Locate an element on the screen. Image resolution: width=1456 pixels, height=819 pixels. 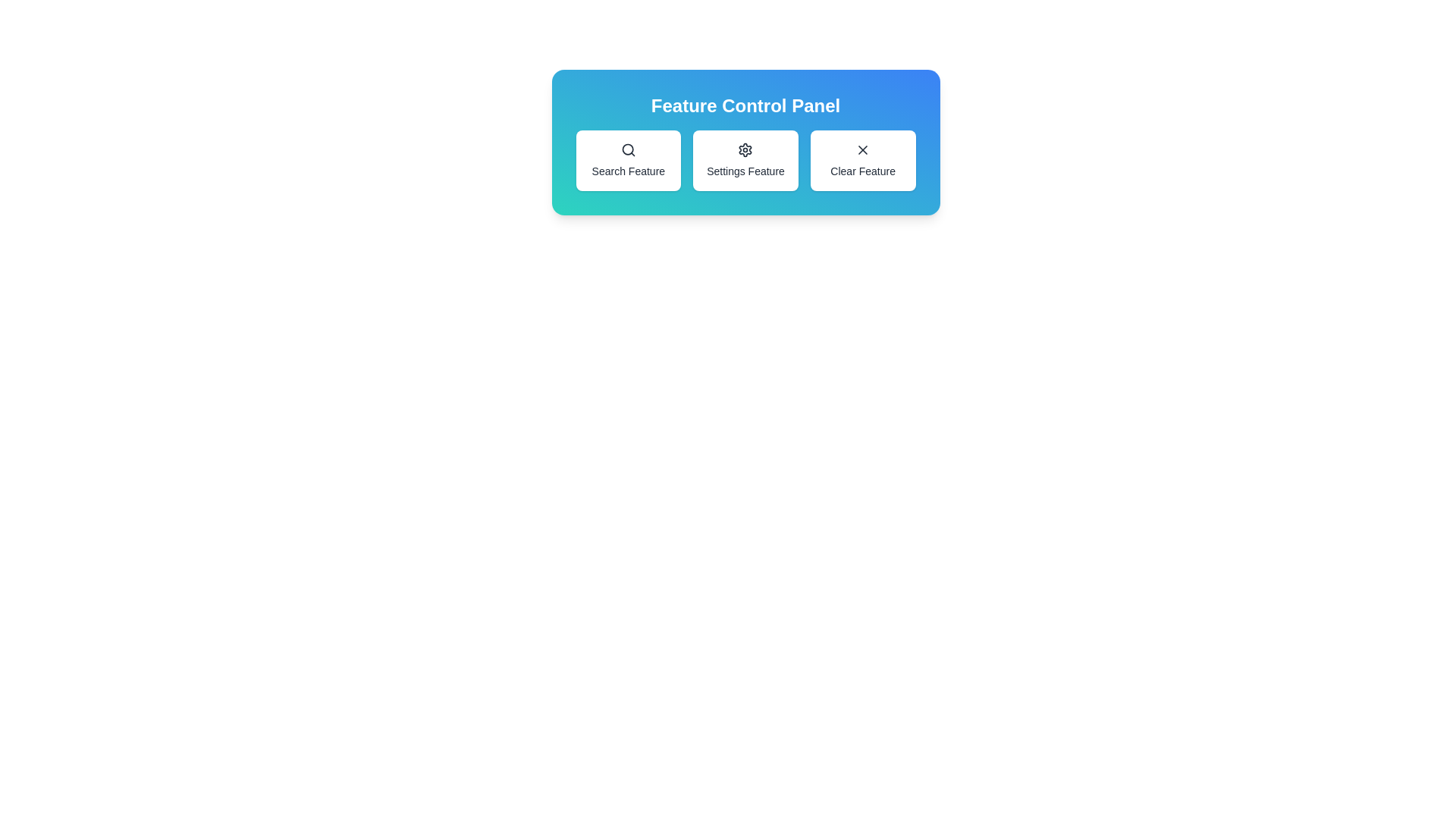
the 'Settings Feature' text label located in the second button from the left within the 'Feature Control Panel' is located at coordinates (745, 171).